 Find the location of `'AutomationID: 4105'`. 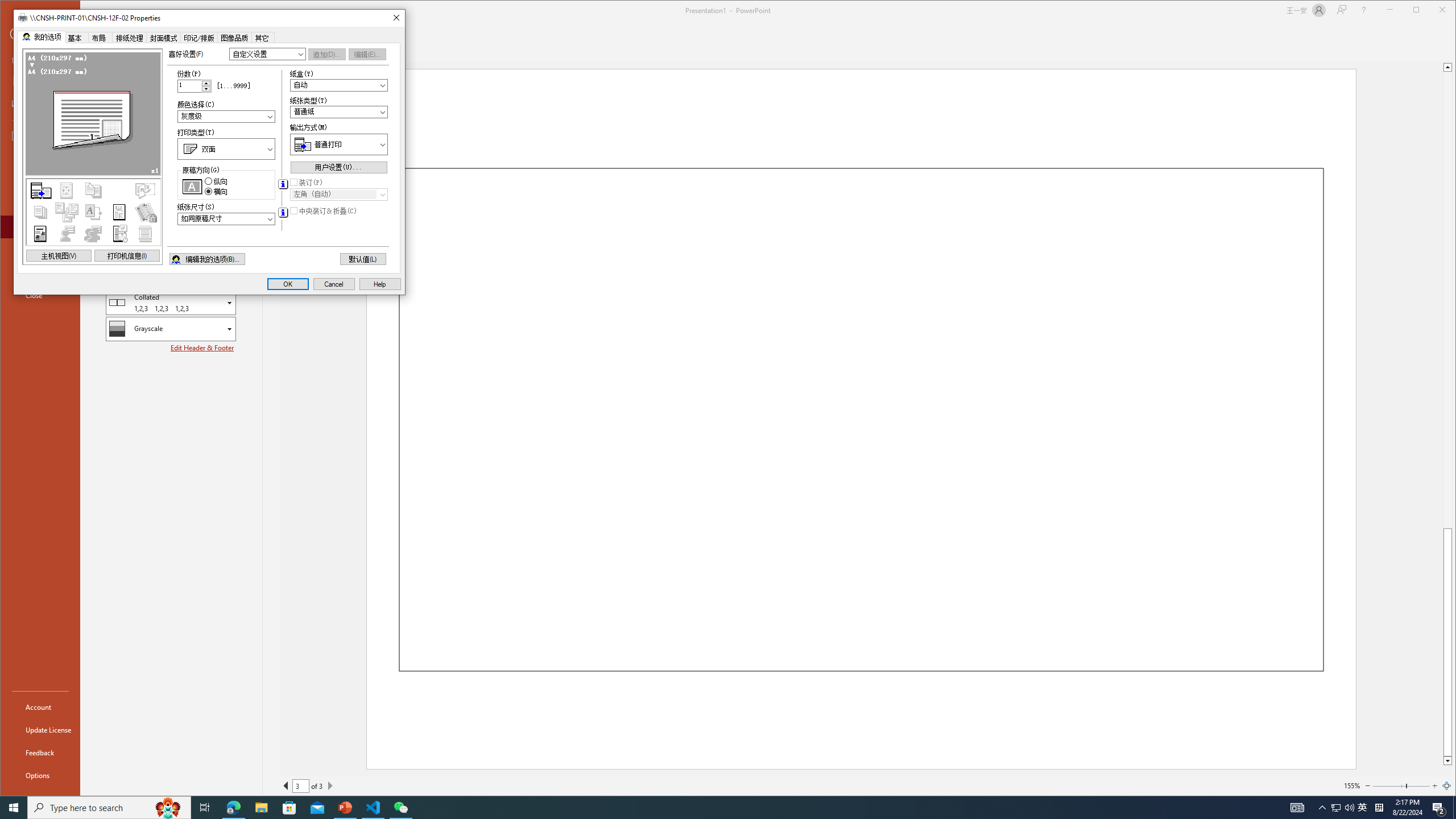

'AutomationID: 4105' is located at coordinates (1296, 806).